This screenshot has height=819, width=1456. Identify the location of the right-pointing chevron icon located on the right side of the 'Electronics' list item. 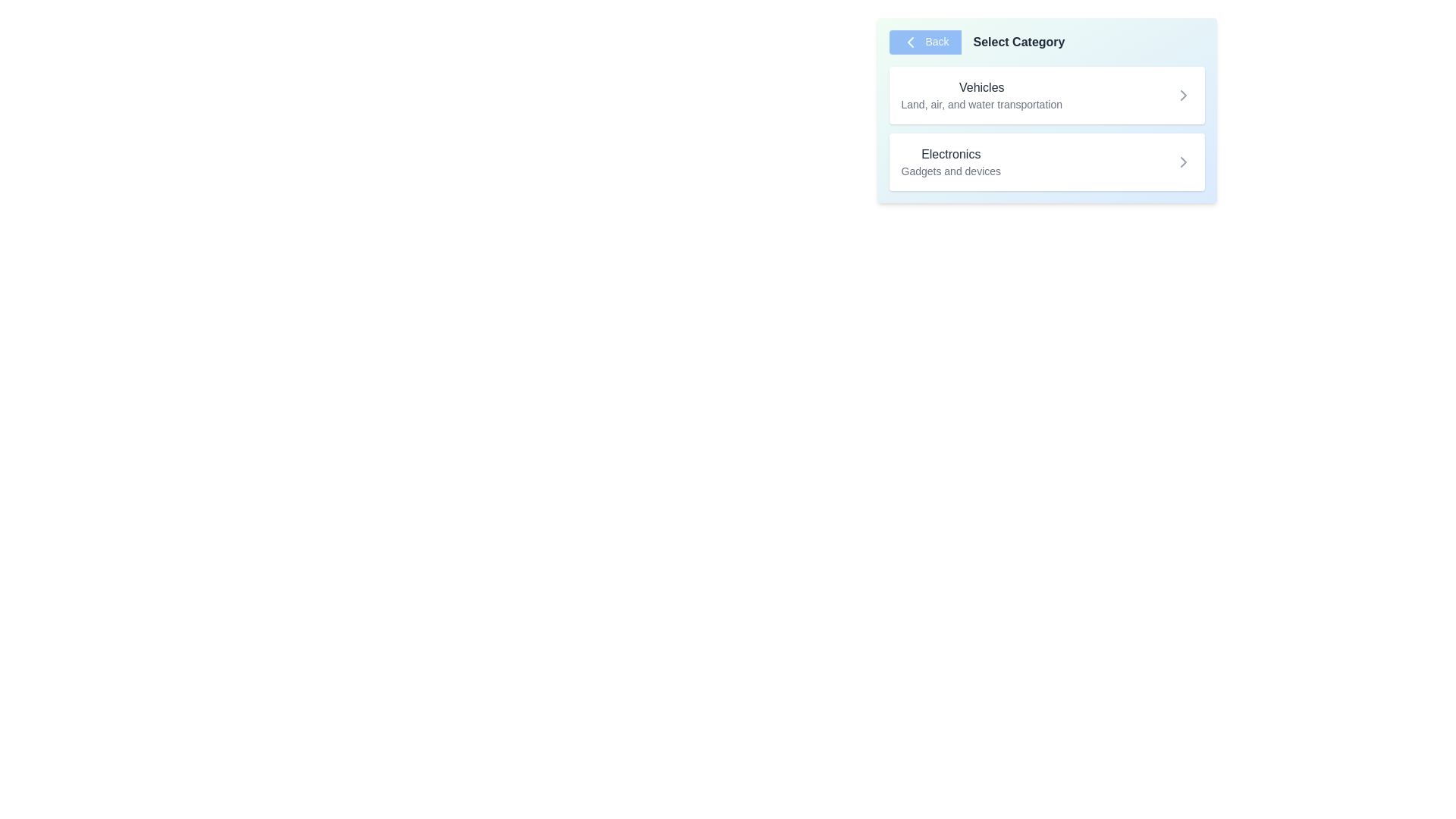
(1182, 162).